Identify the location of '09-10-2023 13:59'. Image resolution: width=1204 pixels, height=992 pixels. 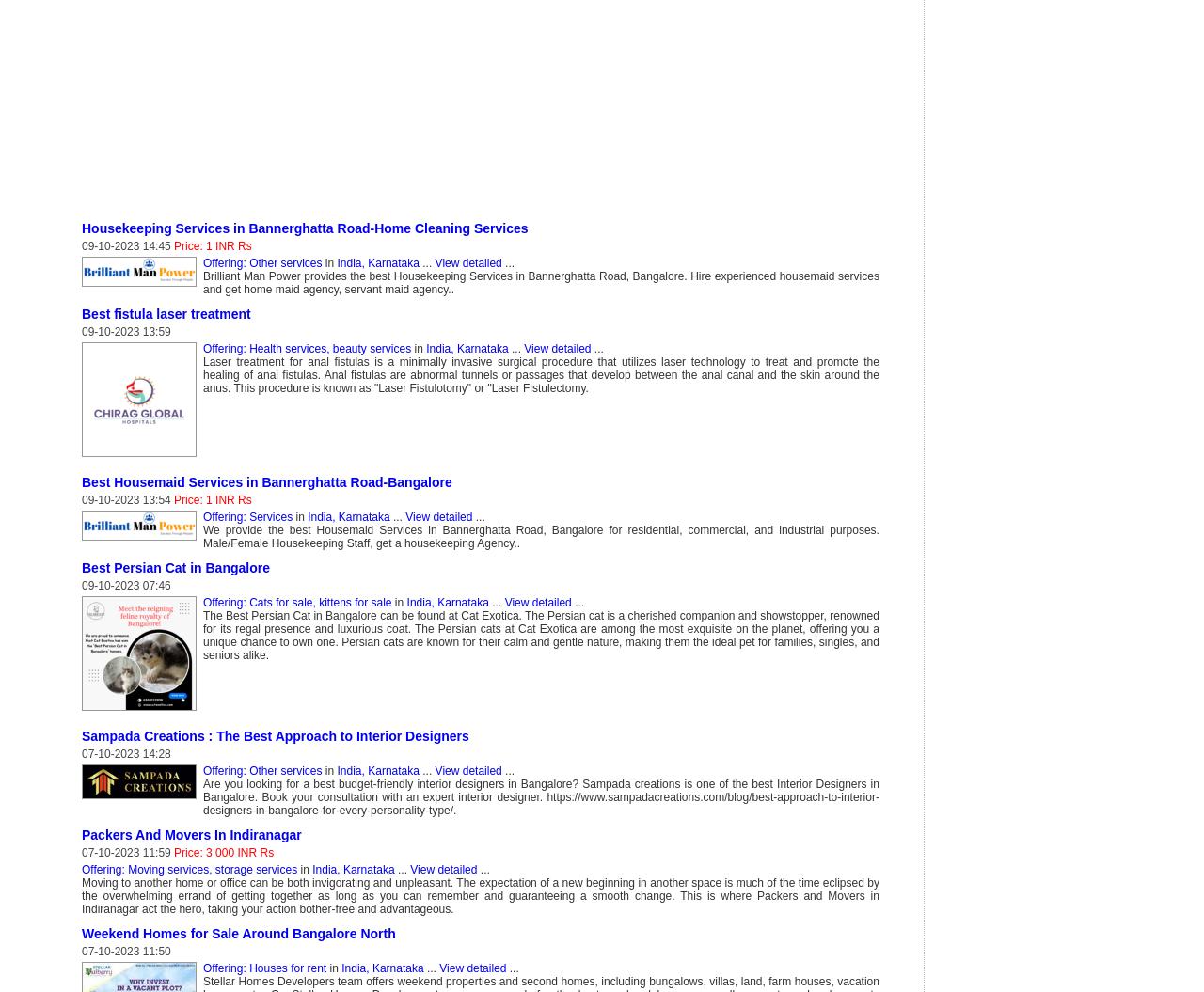
(81, 332).